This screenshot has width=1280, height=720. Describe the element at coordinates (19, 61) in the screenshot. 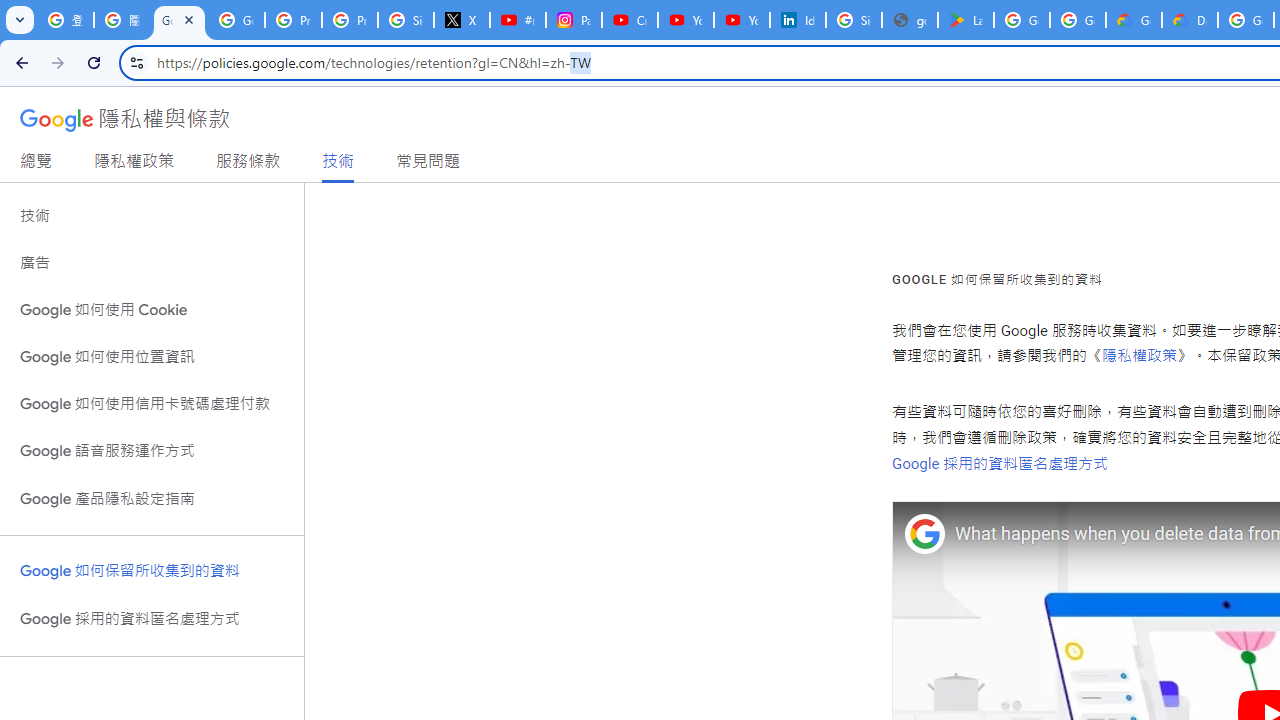

I see `'Back'` at that location.